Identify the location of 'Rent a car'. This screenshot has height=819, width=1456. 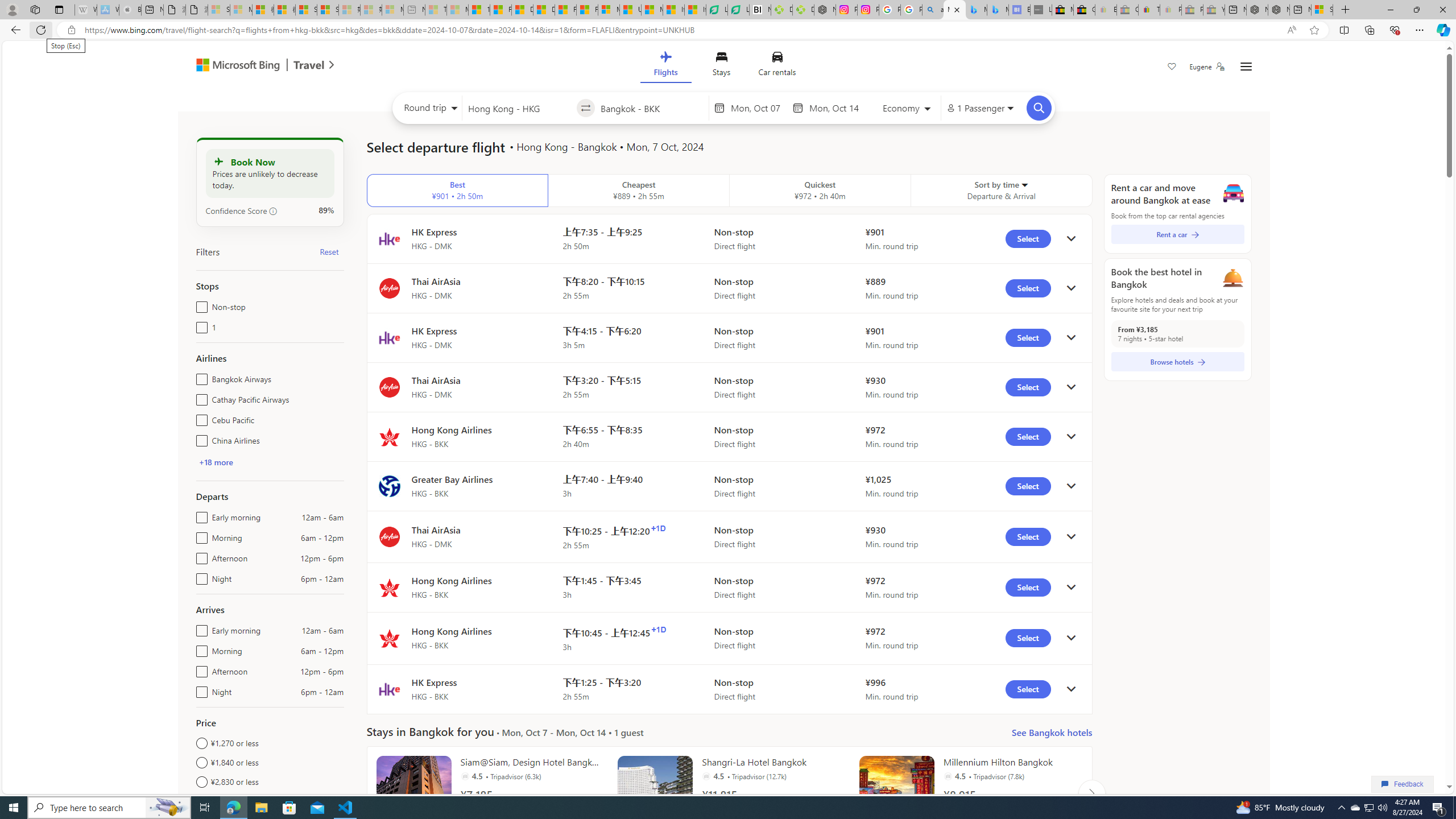
(1177, 233).